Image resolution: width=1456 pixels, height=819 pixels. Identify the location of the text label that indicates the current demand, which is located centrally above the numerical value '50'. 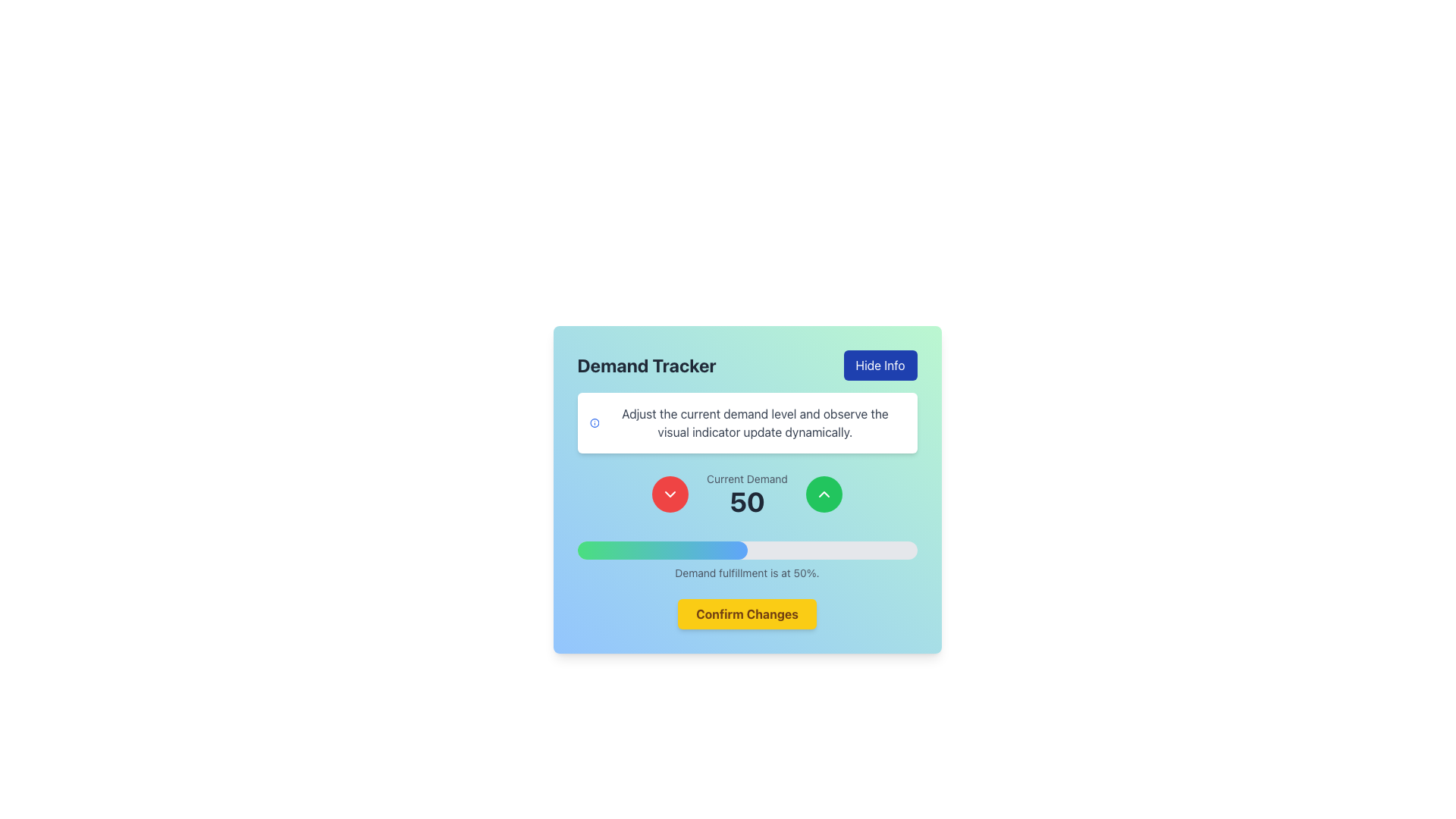
(747, 479).